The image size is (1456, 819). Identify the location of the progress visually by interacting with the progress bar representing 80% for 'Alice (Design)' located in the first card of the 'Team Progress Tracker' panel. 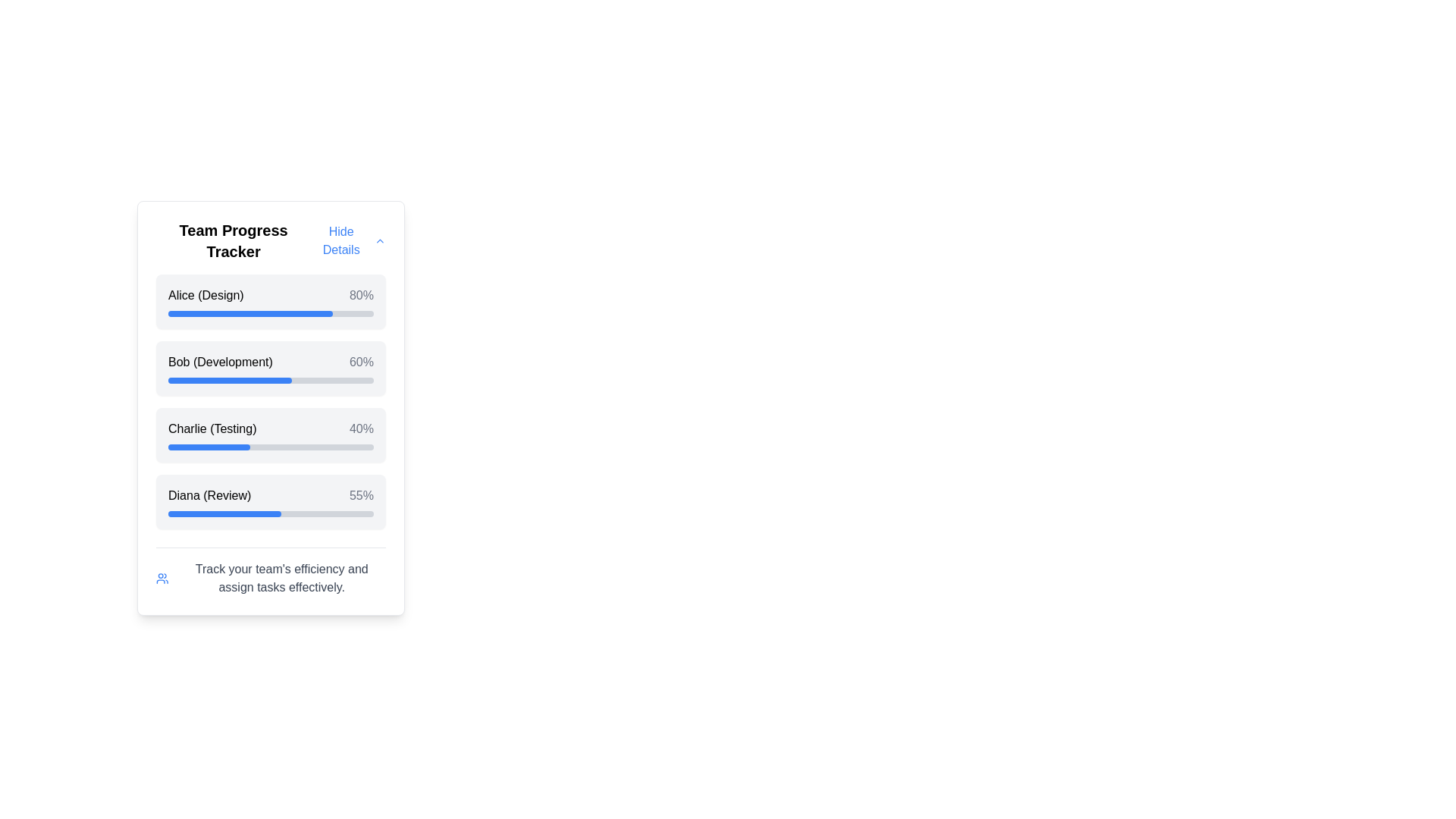
(271, 312).